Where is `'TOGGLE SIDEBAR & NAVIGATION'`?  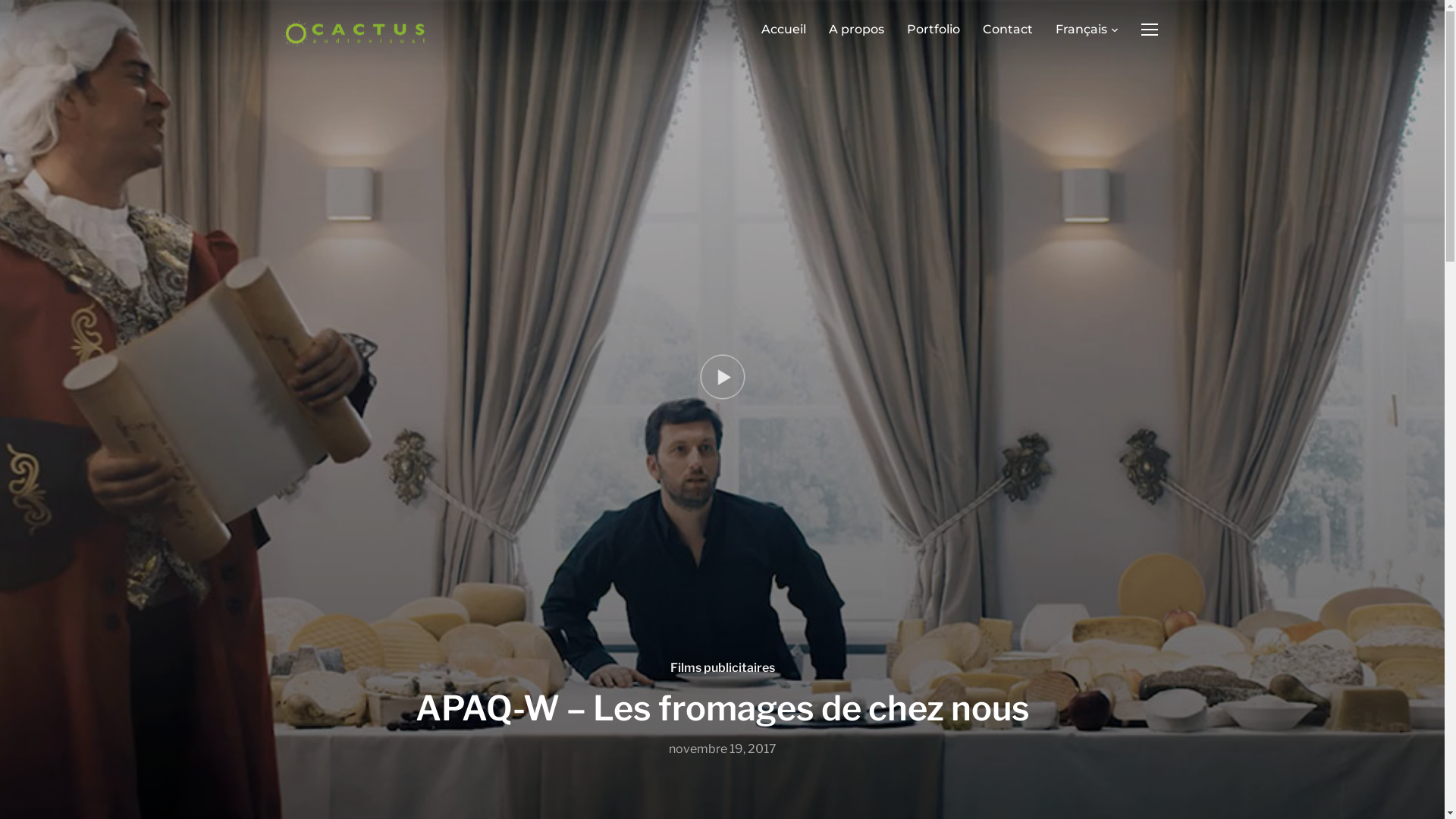
'TOGGLE SIDEBAR & NAVIGATION' is located at coordinates (1150, 29).